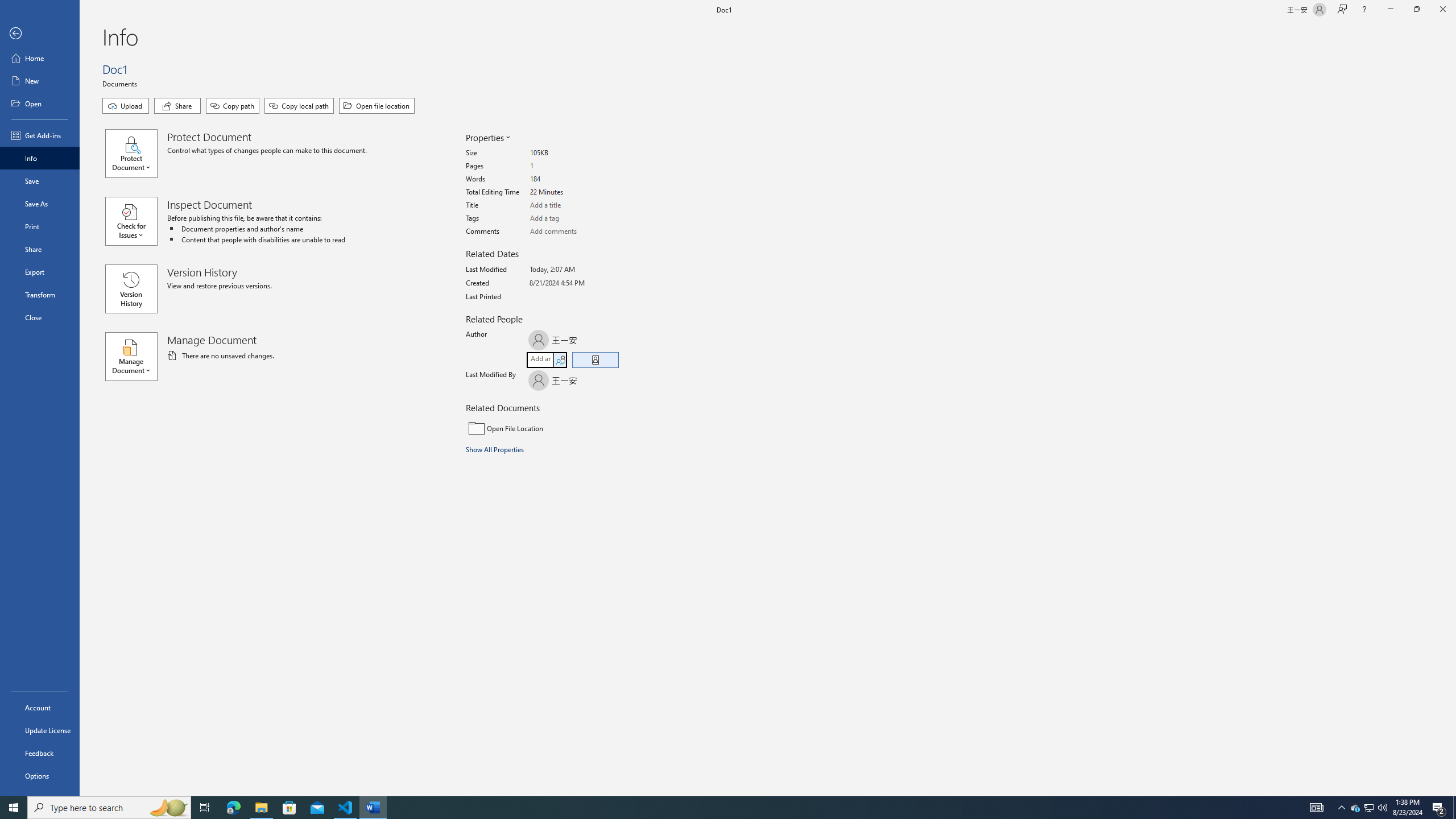 This screenshot has height=819, width=1456. I want to click on 'Title', so click(572, 205).